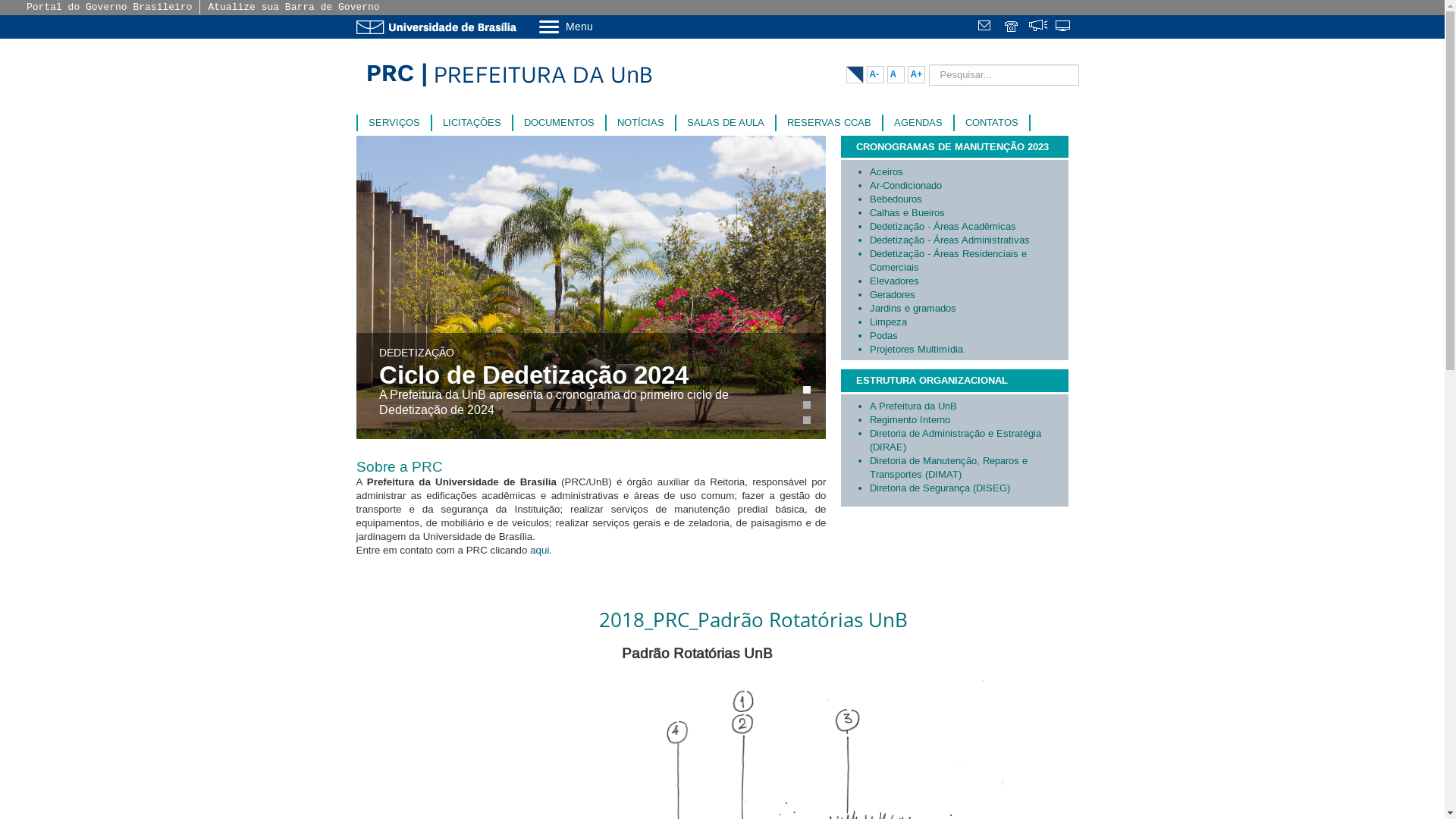  What do you see at coordinates (1053, 27) in the screenshot?
I see `'Sistemas'` at bounding box center [1053, 27].